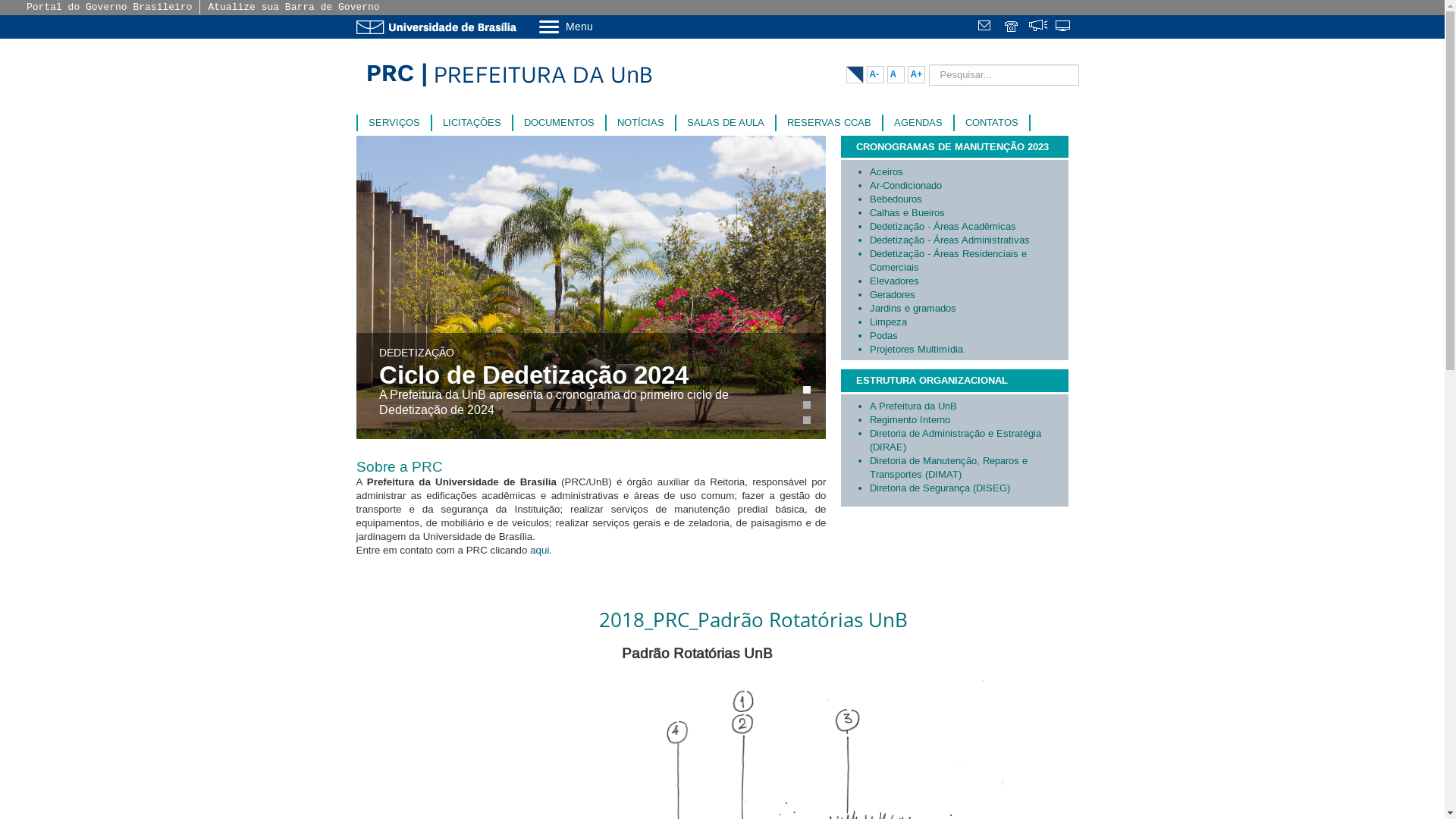  What do you see at coordinates (1053, 27) in the screenshot?
I see `'Sistemas'` at bounding box center [1053, 27].